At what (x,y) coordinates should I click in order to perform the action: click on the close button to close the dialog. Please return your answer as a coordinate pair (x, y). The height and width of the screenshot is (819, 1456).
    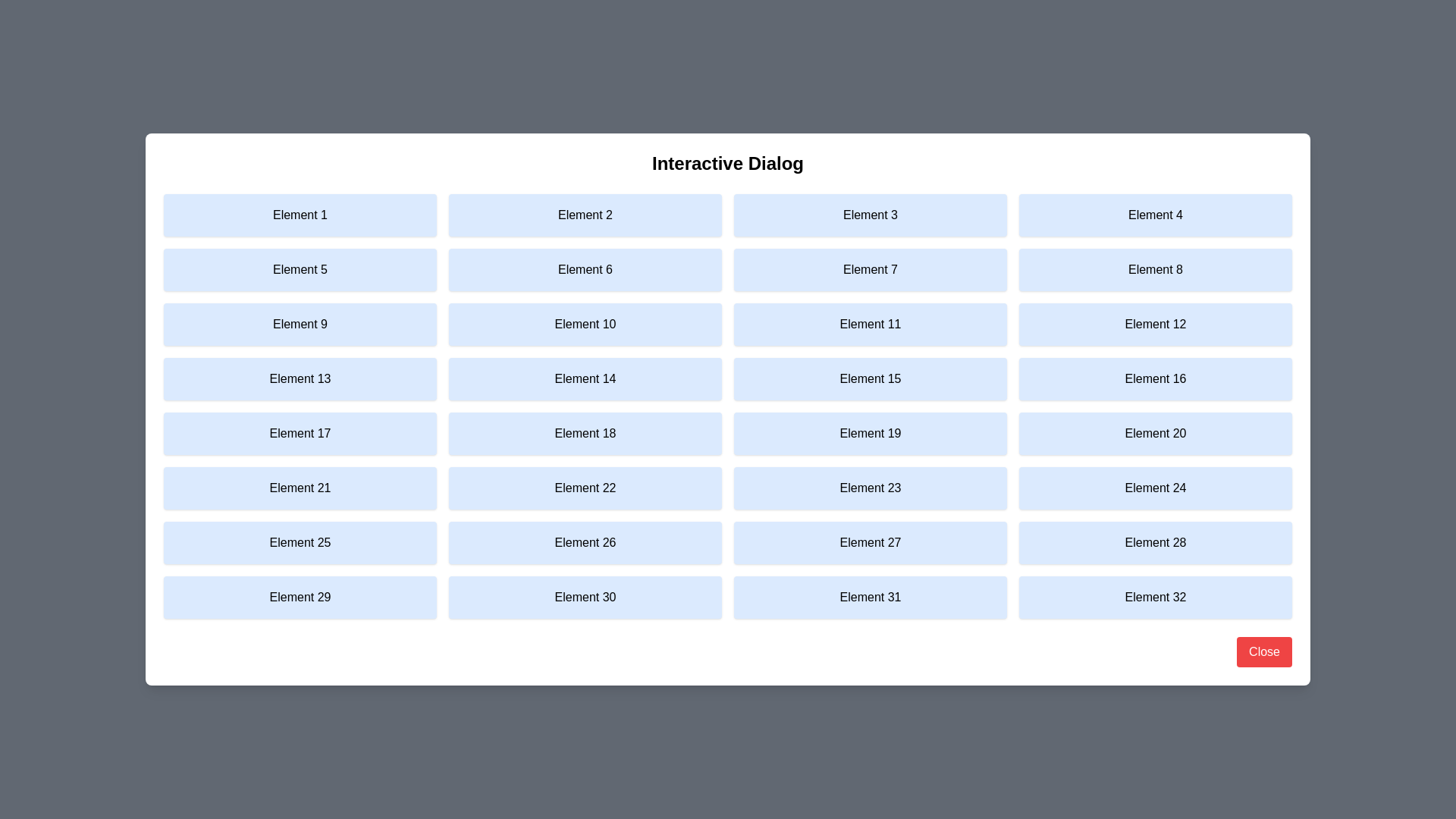
    Looking at the image, I should click on (1264, 651).